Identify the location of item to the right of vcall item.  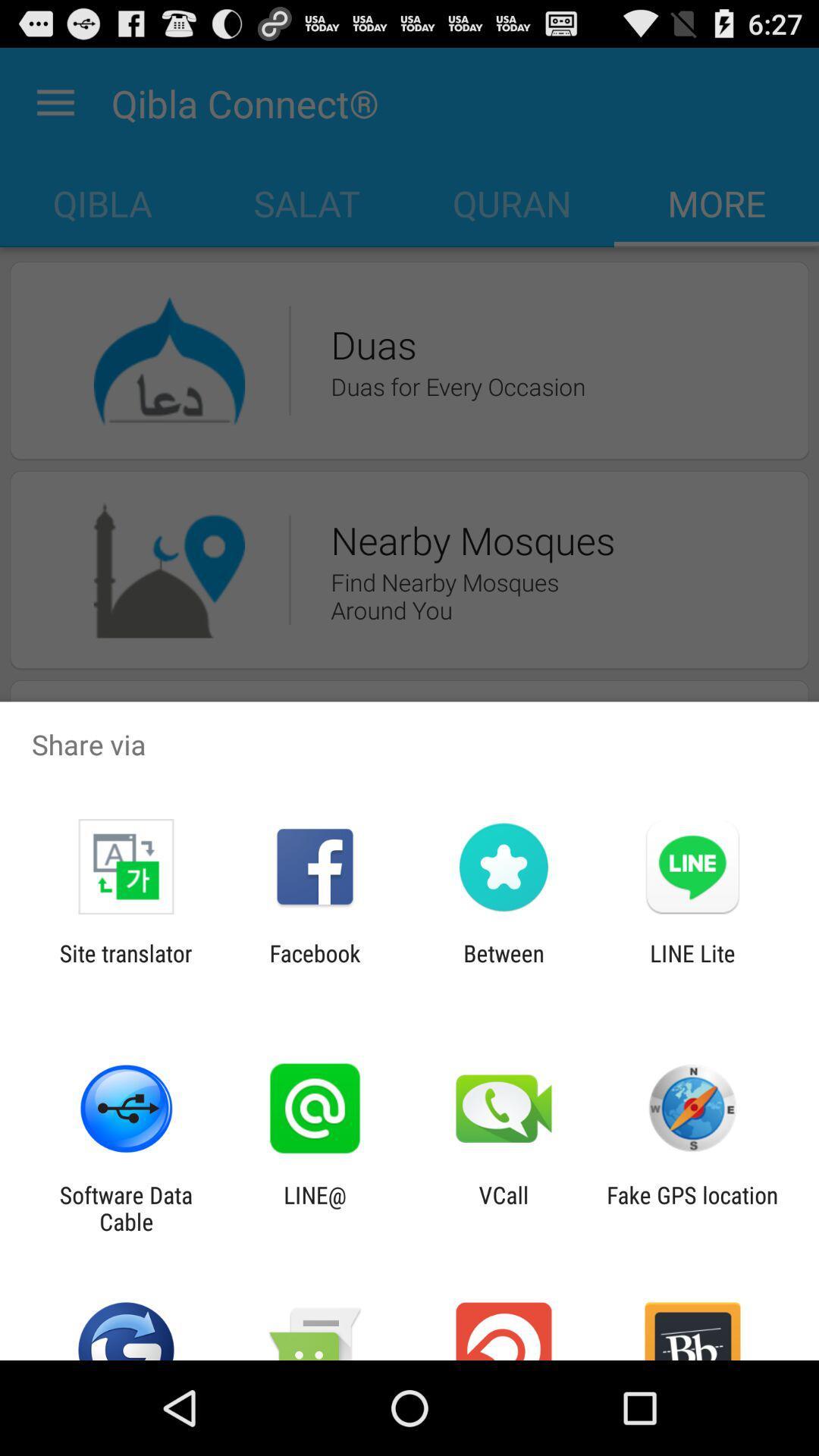
(692, 1207).